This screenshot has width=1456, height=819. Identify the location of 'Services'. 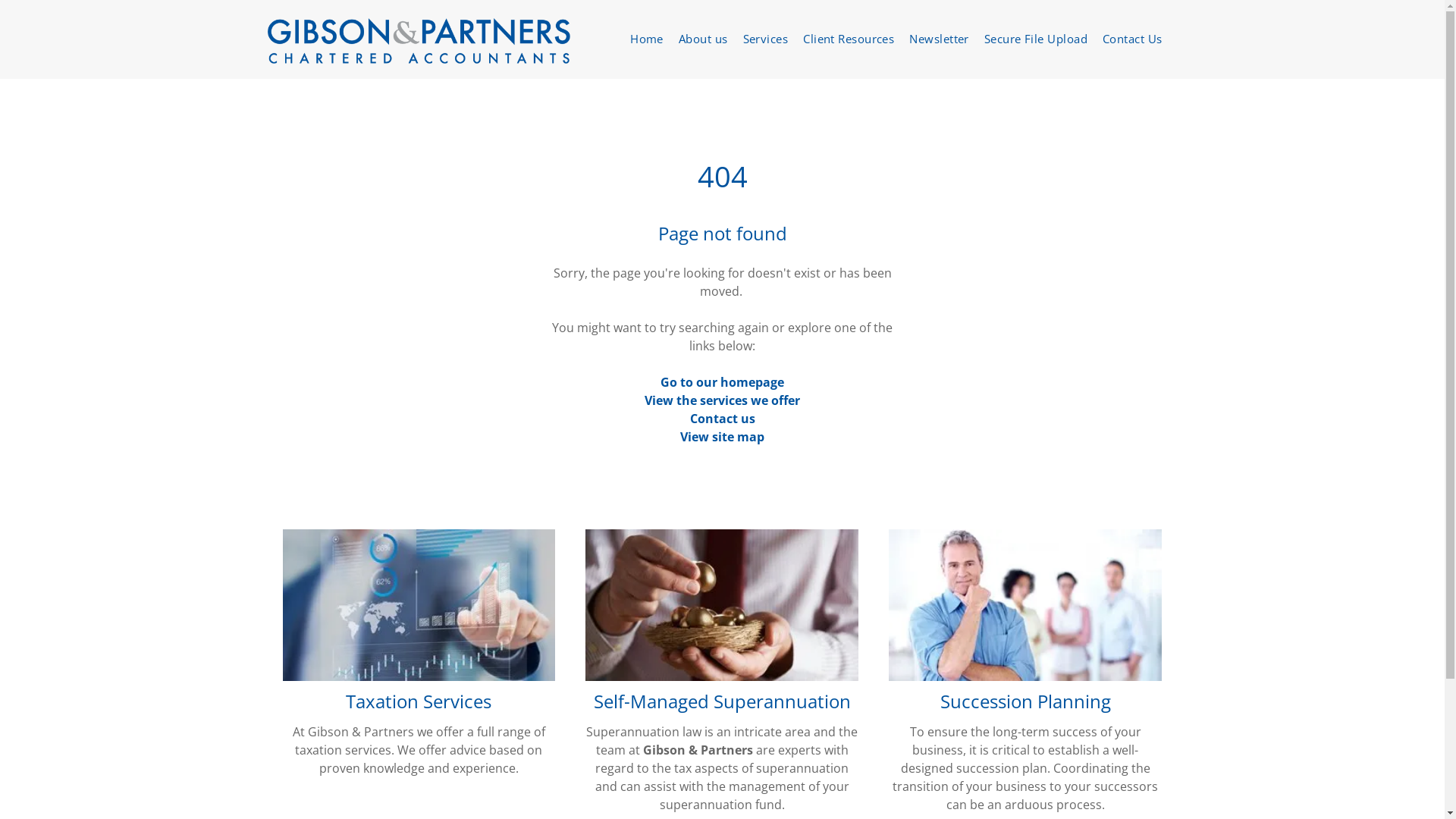
(765, 38).